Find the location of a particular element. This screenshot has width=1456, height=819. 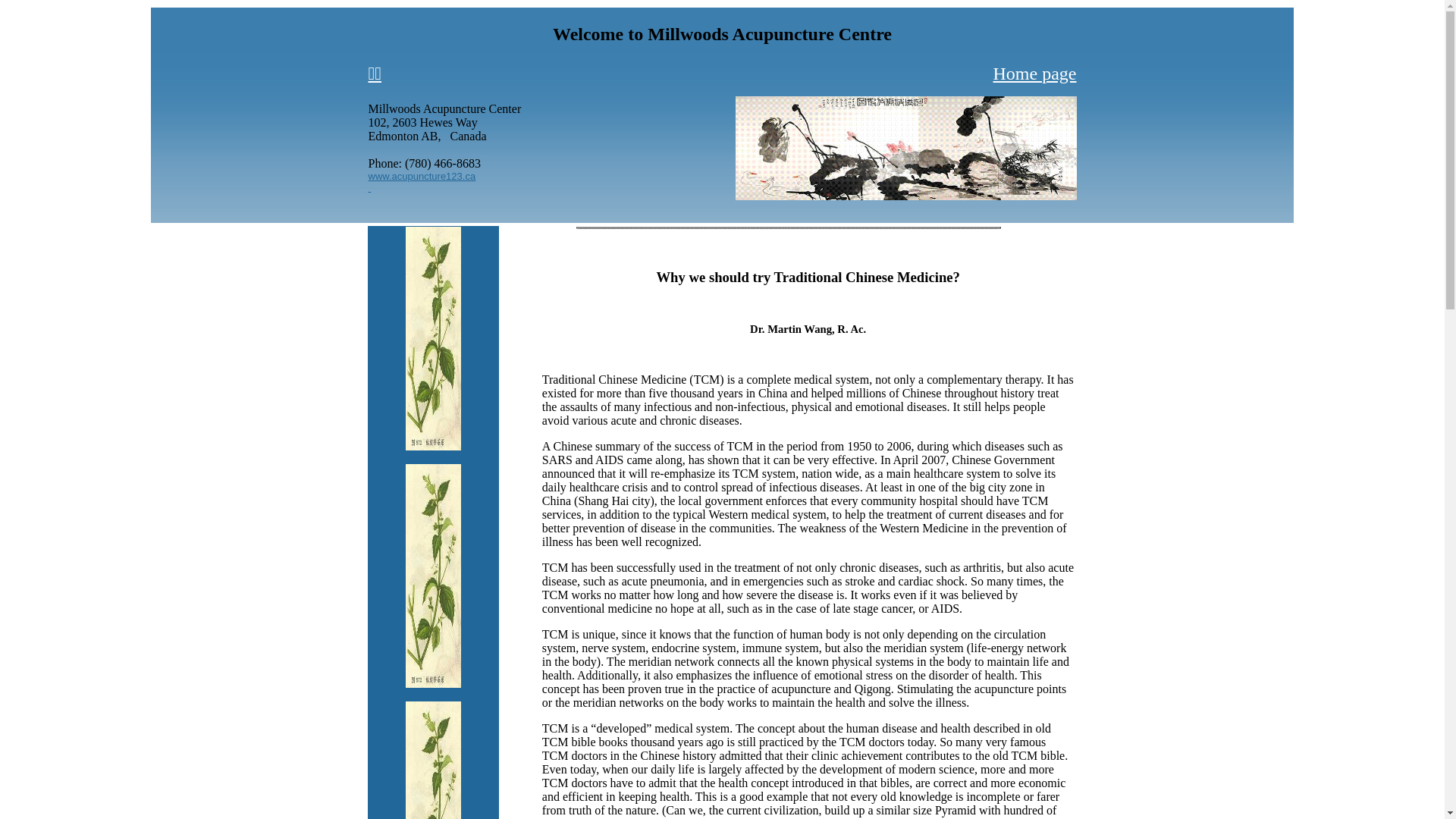

'www.acupuncture123.ca' is located at coordinates (422, 174).